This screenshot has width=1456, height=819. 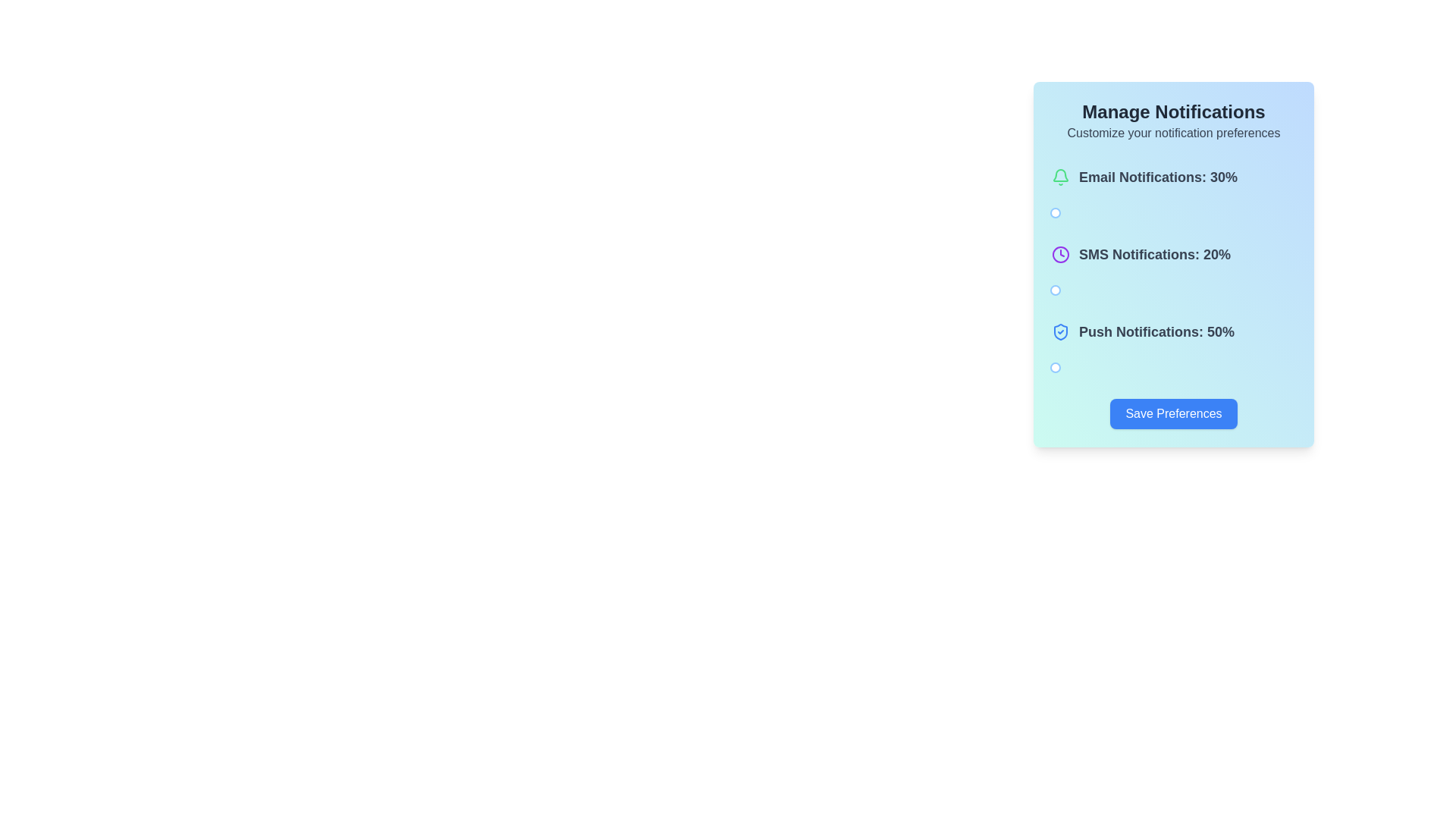 I want to click on the appearance of the circular shape with a purple stroke located within the clock icon, which is positioned next to the 'SMS Notifications: 20%' text, so click(x=1059, y=253).